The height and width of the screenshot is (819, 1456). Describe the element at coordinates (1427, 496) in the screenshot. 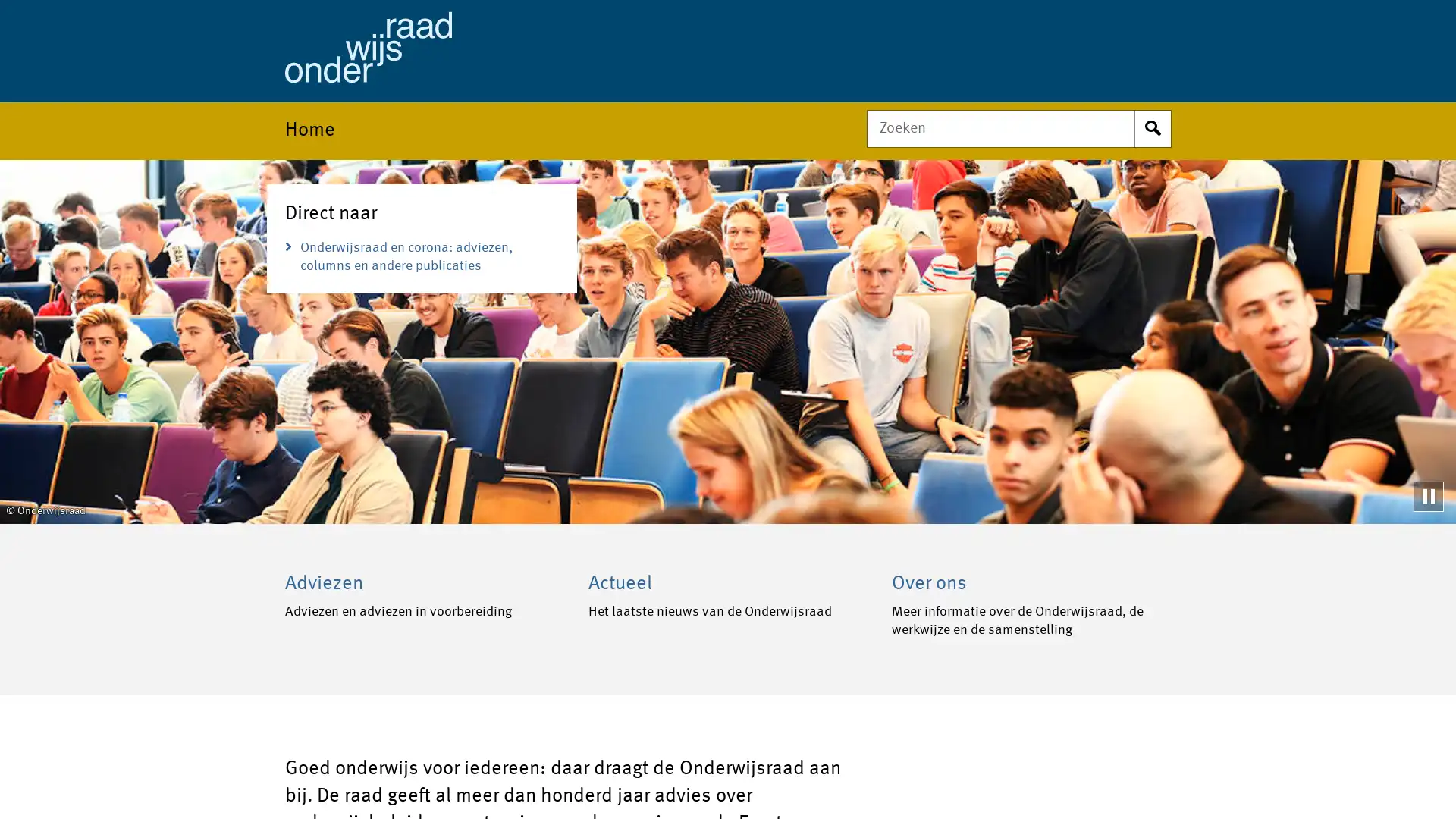

I see `Pauzeer diashow` at that location.